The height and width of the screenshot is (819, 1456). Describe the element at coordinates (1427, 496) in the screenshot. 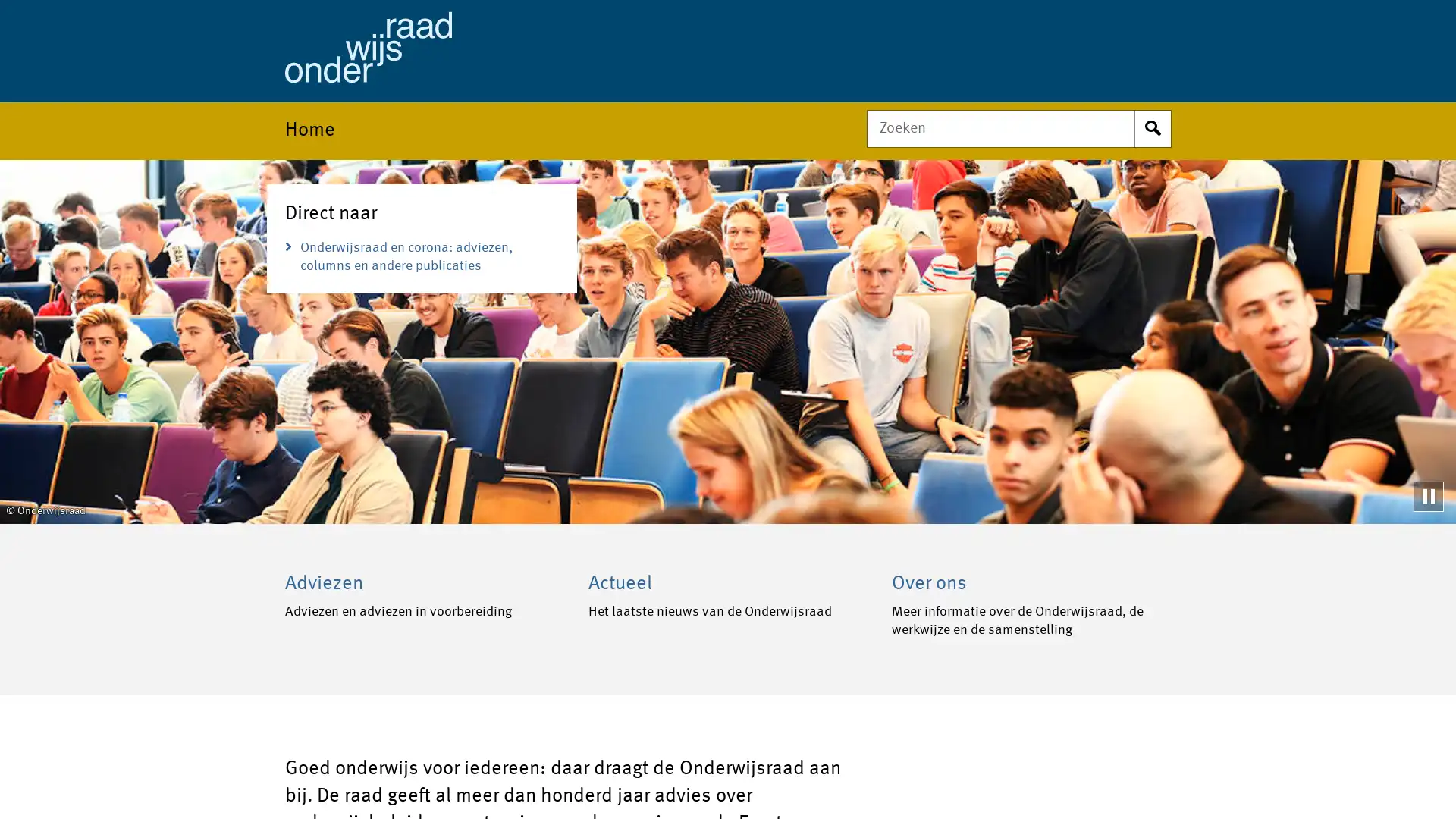

I see `Pauzeer diashow` at that location.